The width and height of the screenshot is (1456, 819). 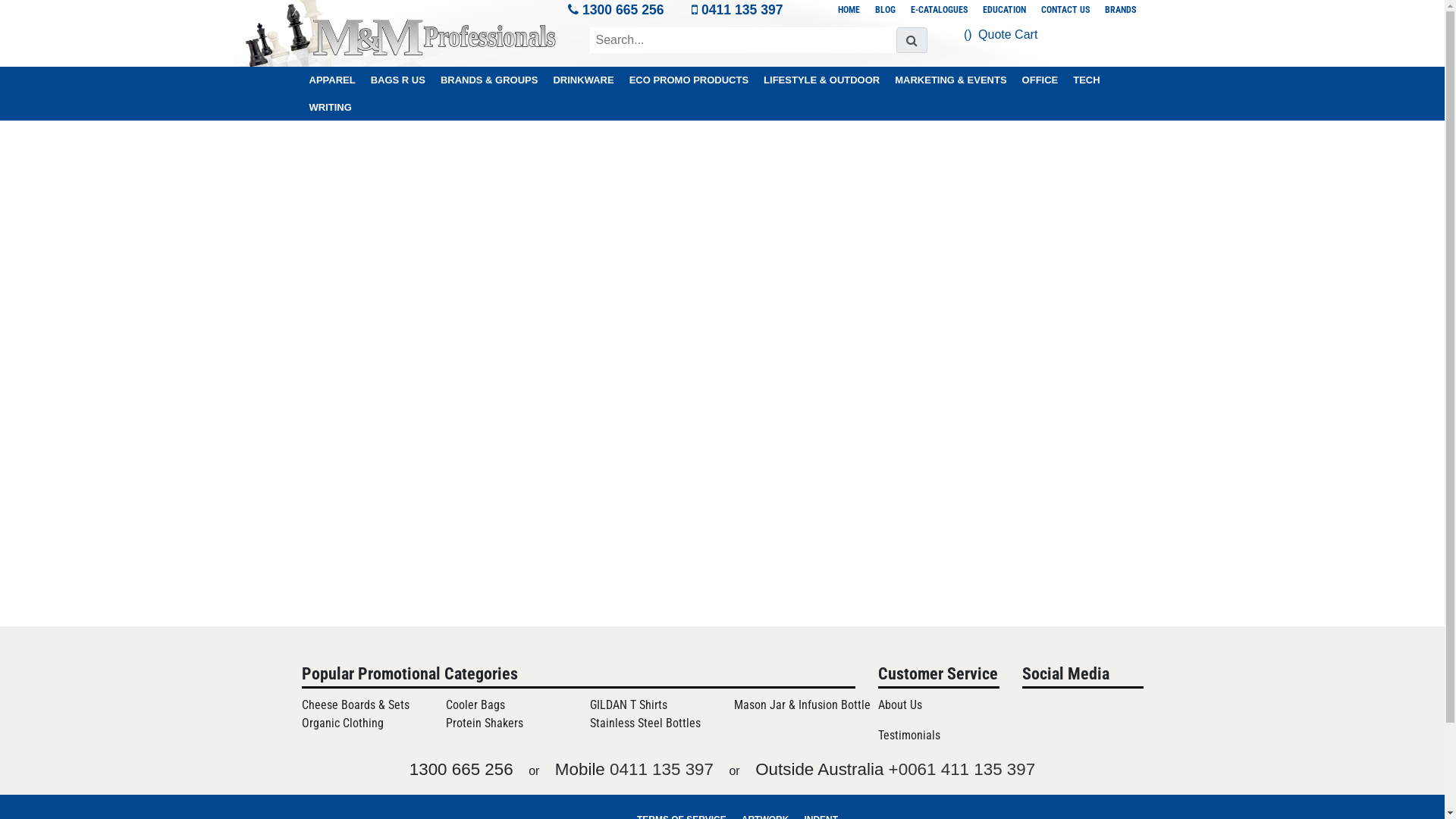 I want to click on '+0061 411 135 397', so click(x=961, y=769).